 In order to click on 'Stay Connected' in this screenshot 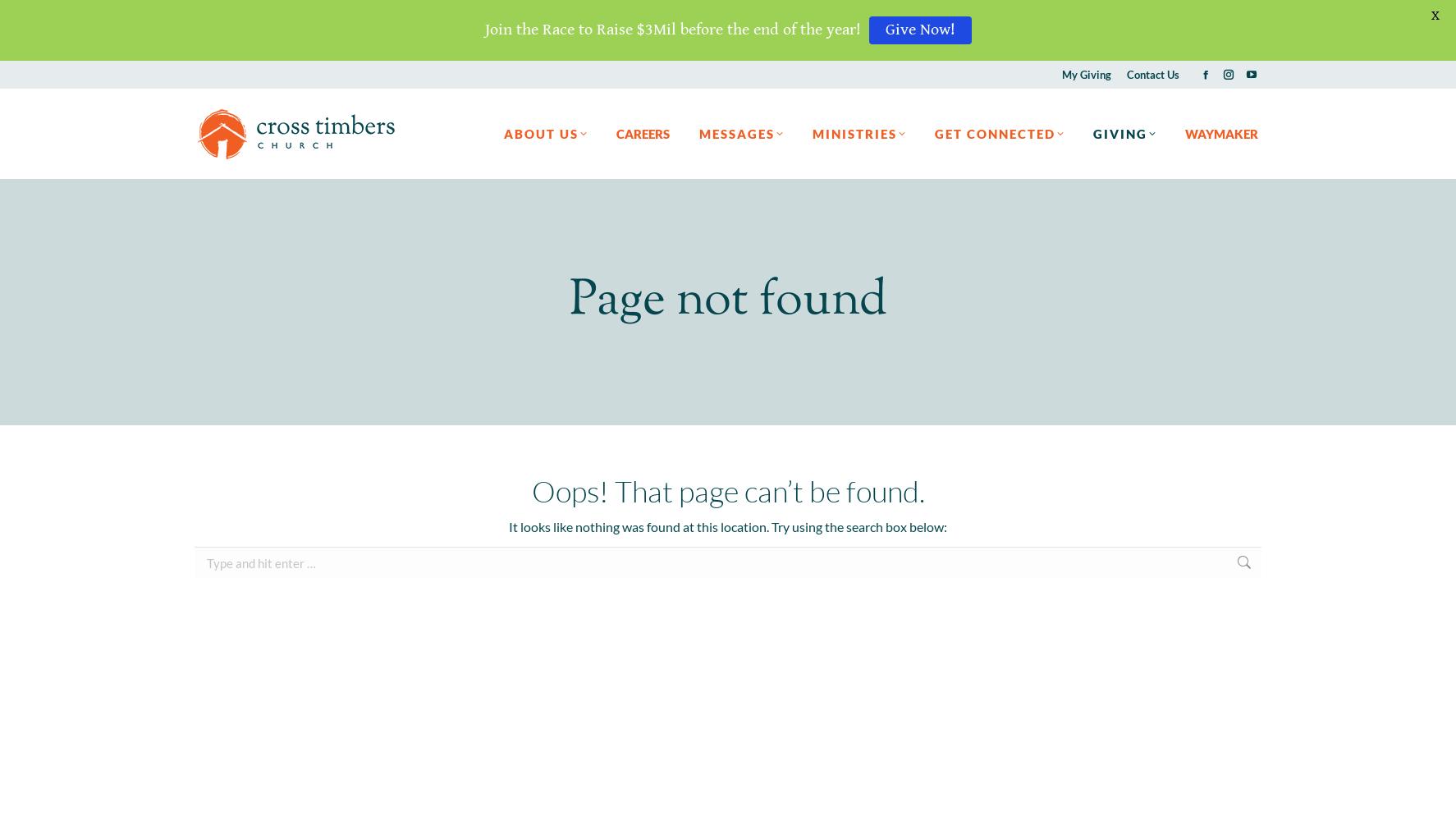, I will do `click(980, 237)`.